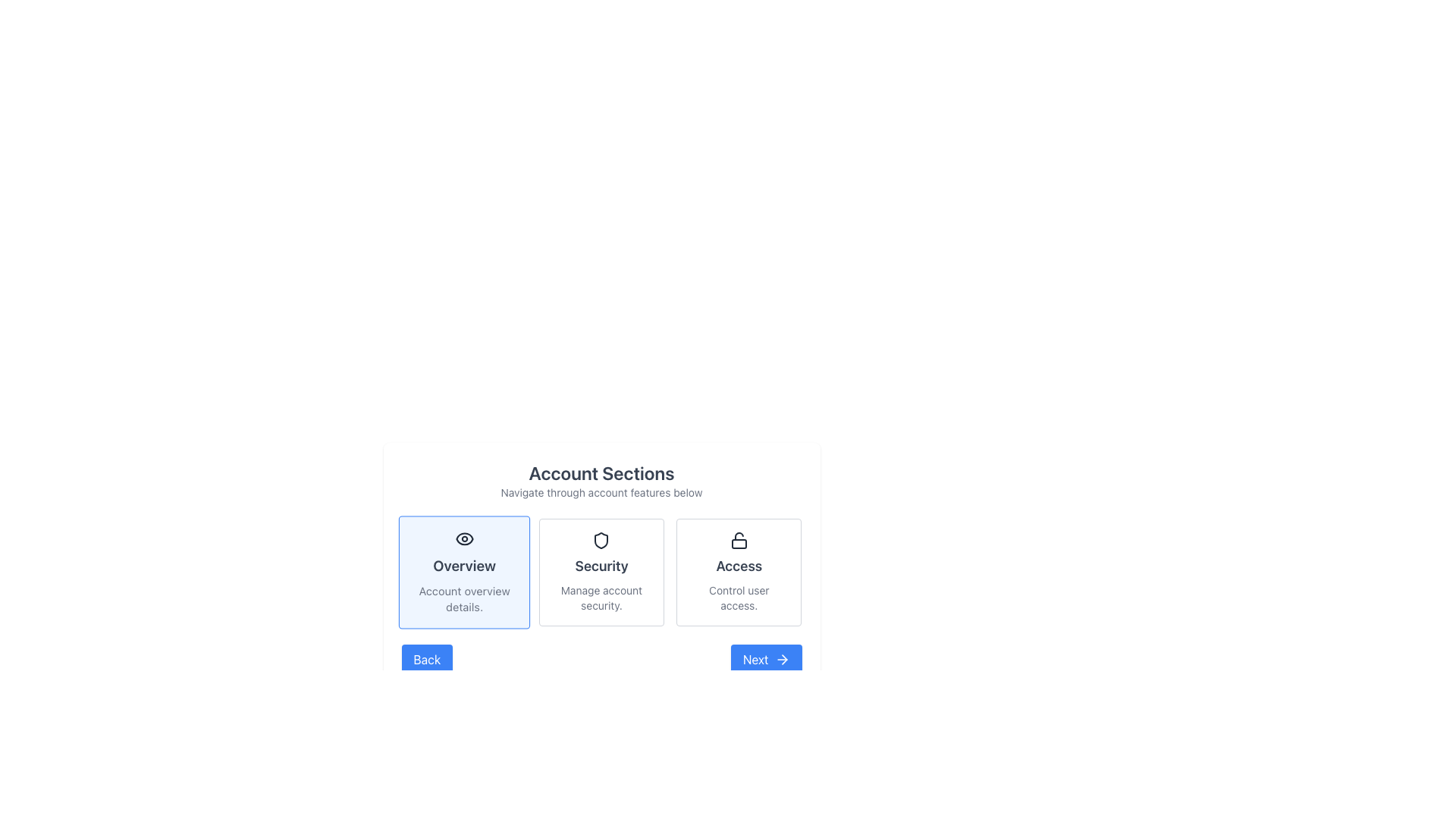  What do you see at coordinates (739, 573) in the screenshot?
I see `the third interactive informational card in the 'Account Sections' area` at bounding box center [739, 573].